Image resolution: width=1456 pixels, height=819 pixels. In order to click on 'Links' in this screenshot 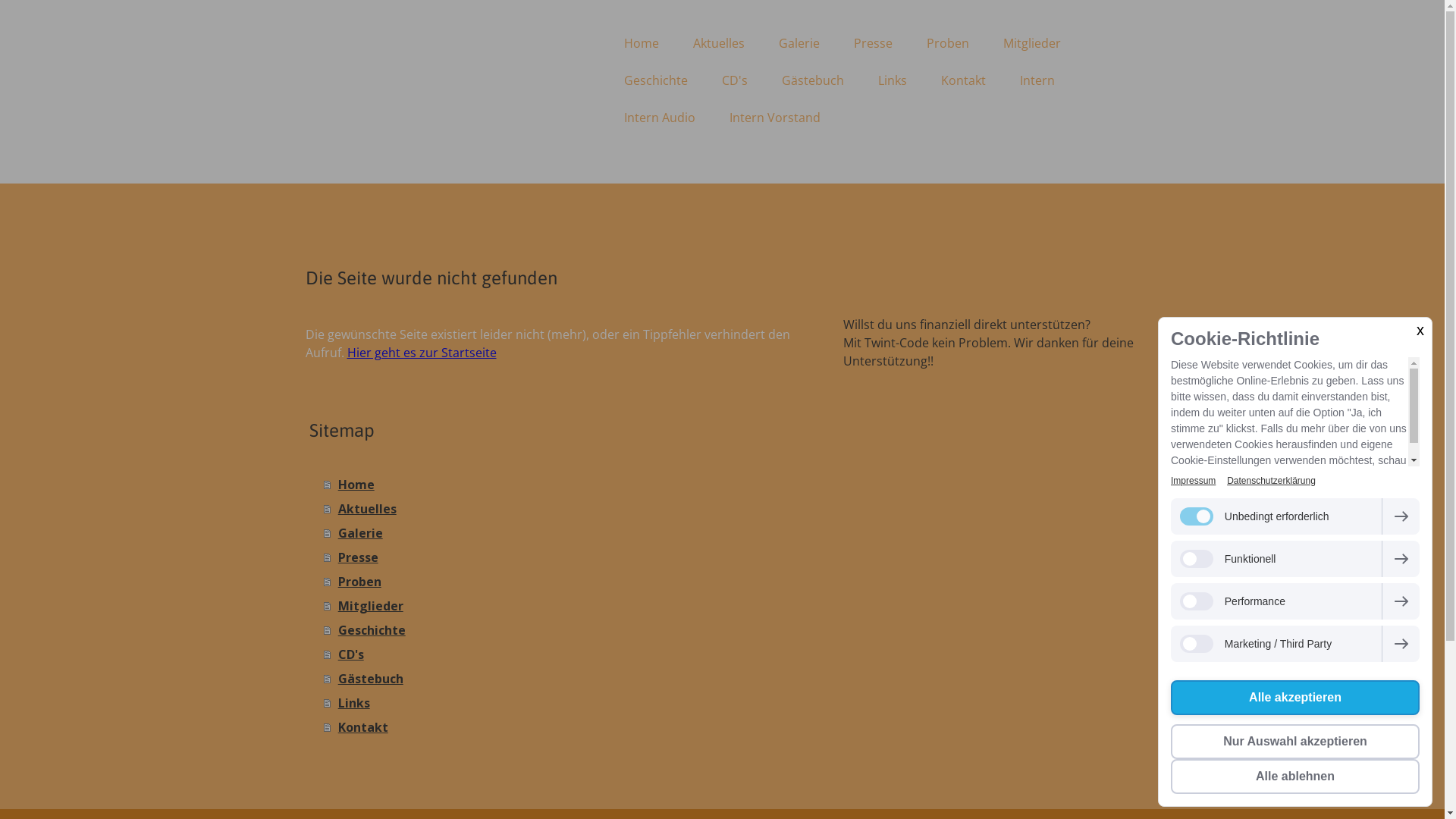, I will do `click(567, 702)`.